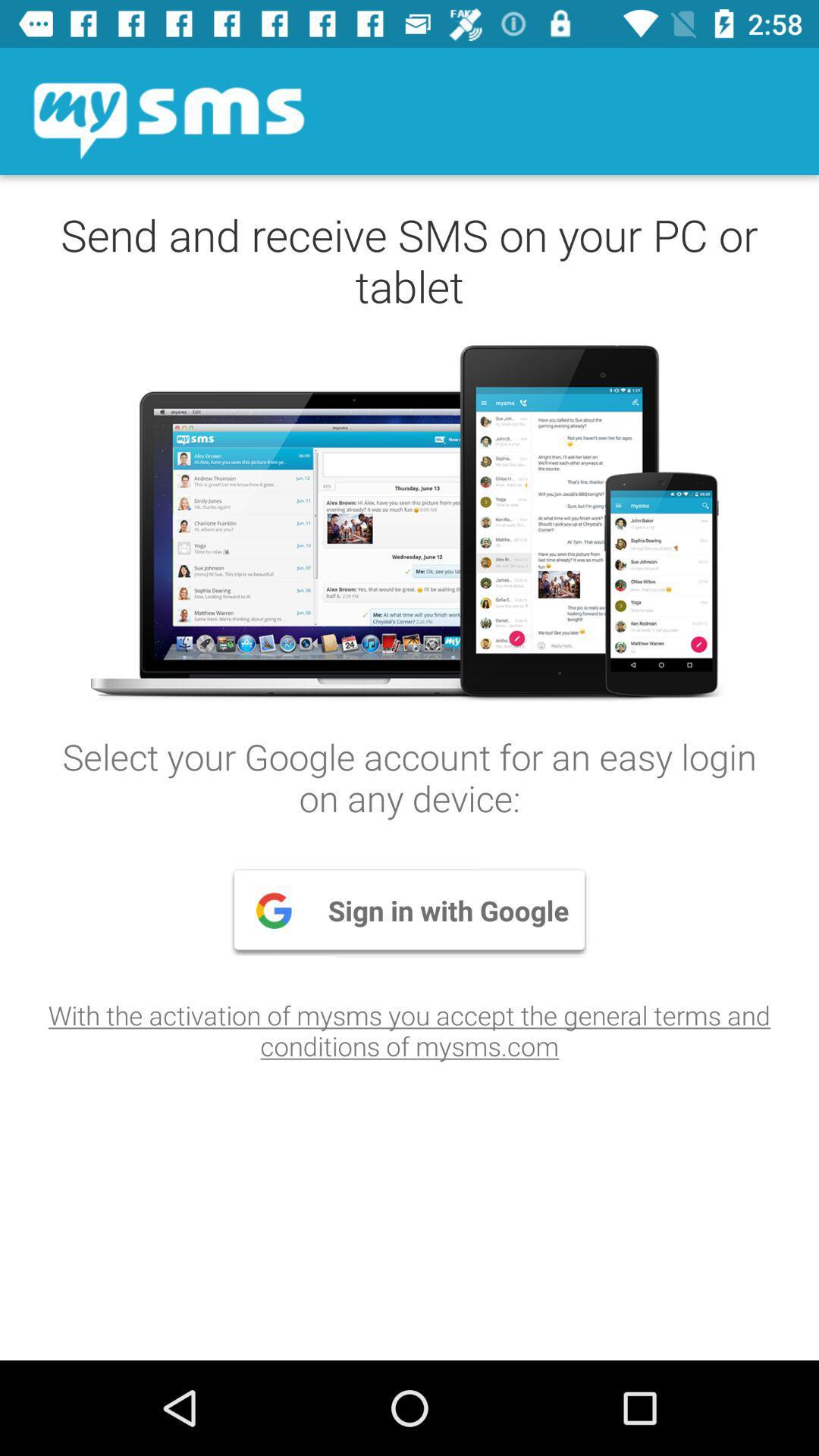 This screenshot has width=819, height=1456. I want to click on the item above the with the activation icon, so click(409, 910).